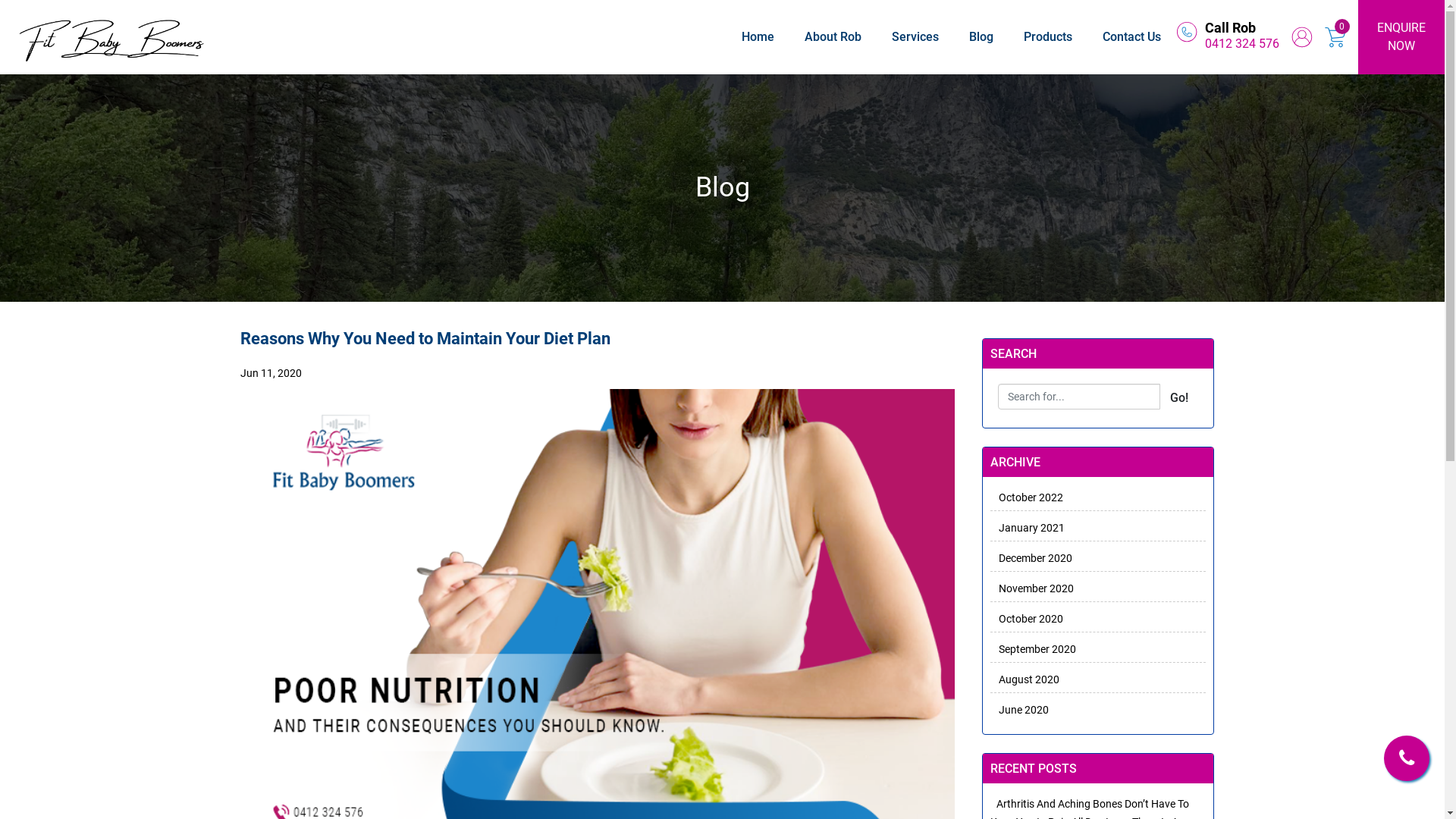 This screenshot has width=1456, height=819. I want to click on 'August 2020', so click(990, 678).